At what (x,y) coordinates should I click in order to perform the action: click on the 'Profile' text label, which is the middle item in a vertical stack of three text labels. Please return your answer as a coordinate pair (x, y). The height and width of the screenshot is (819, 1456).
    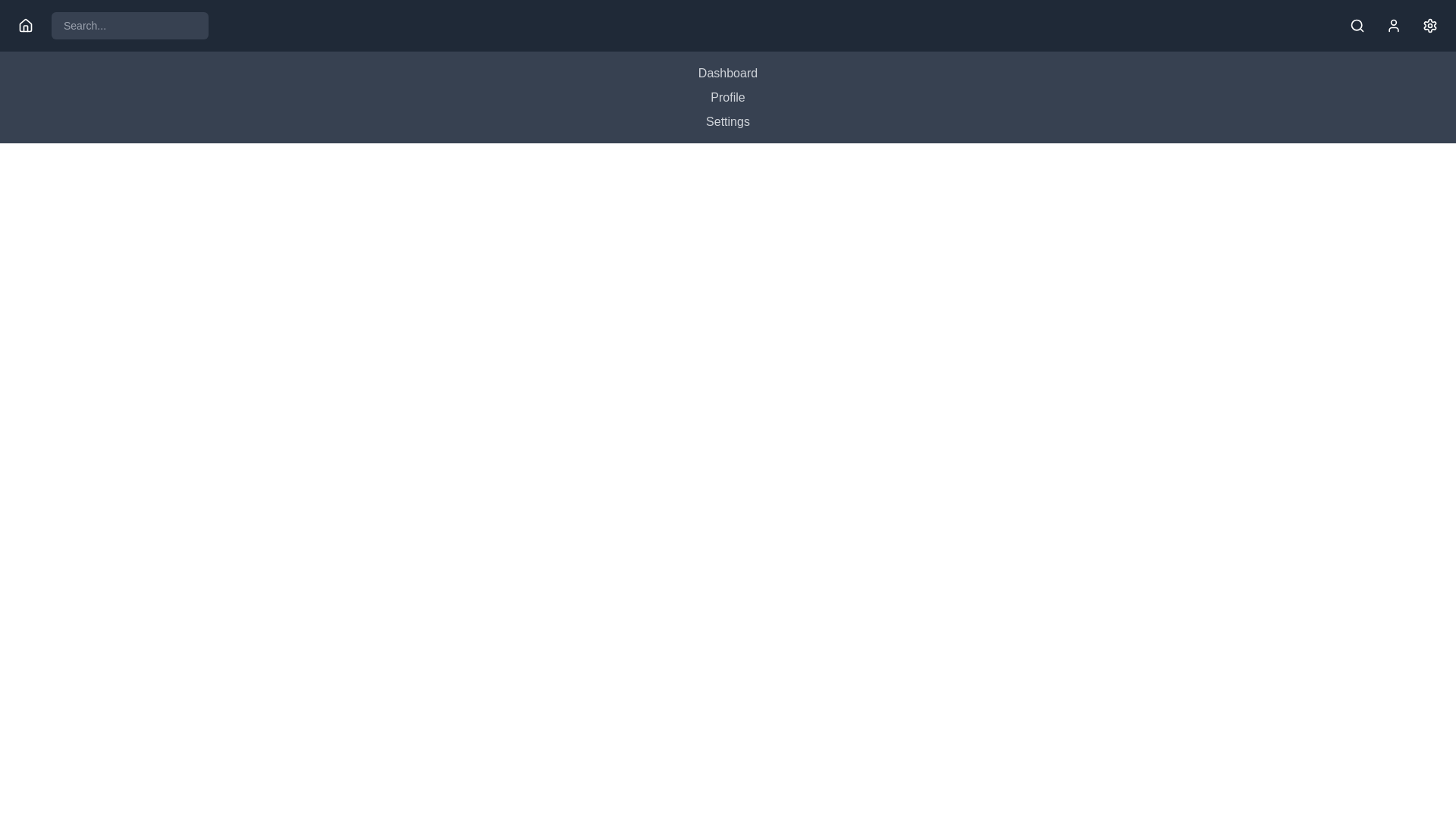
    Looking at the image, I should click on (728, 97).